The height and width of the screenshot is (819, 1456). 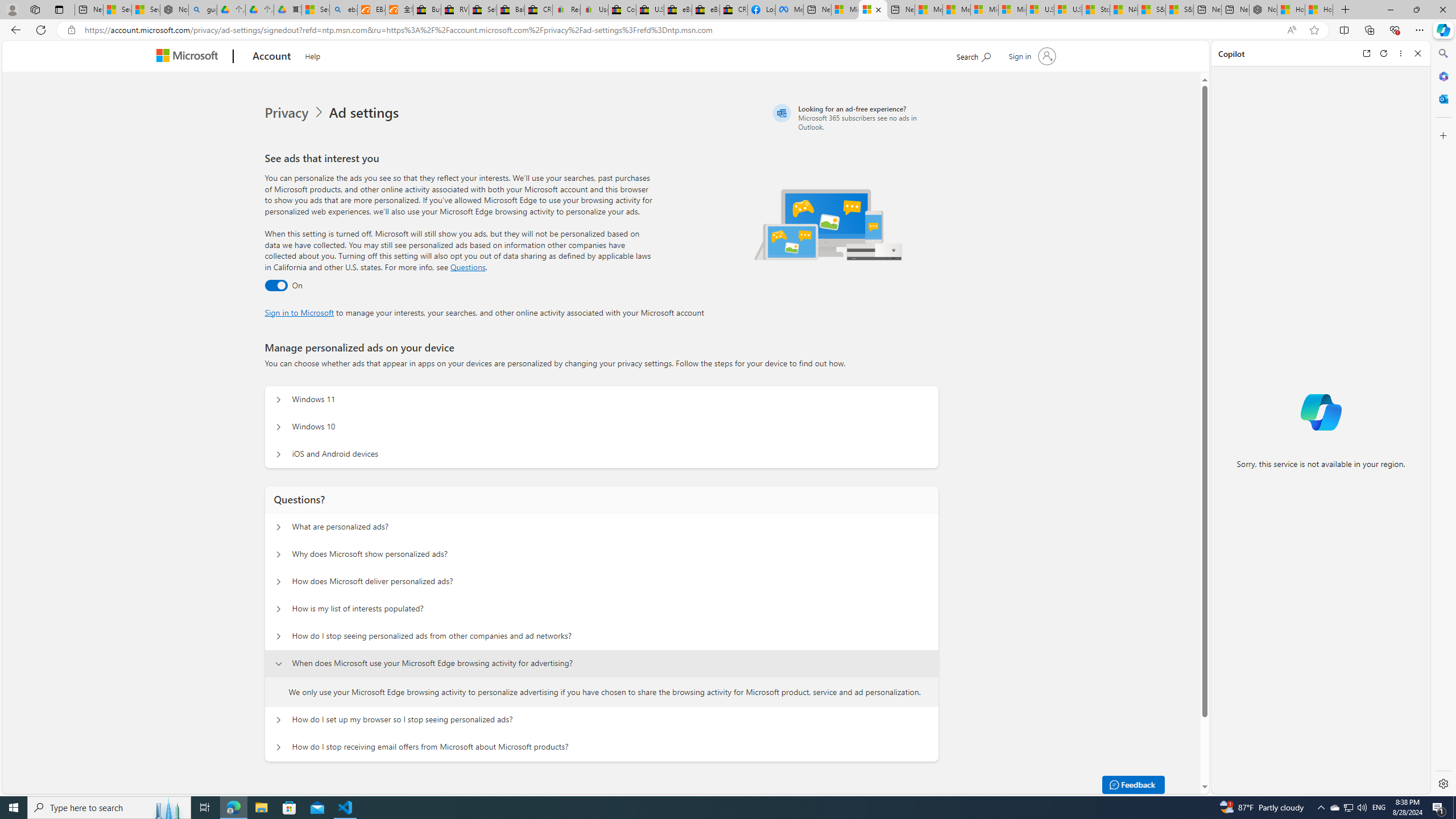 I want to click on 'Manage personalized ads on your device Windows 10', so click(x=278, y=427).